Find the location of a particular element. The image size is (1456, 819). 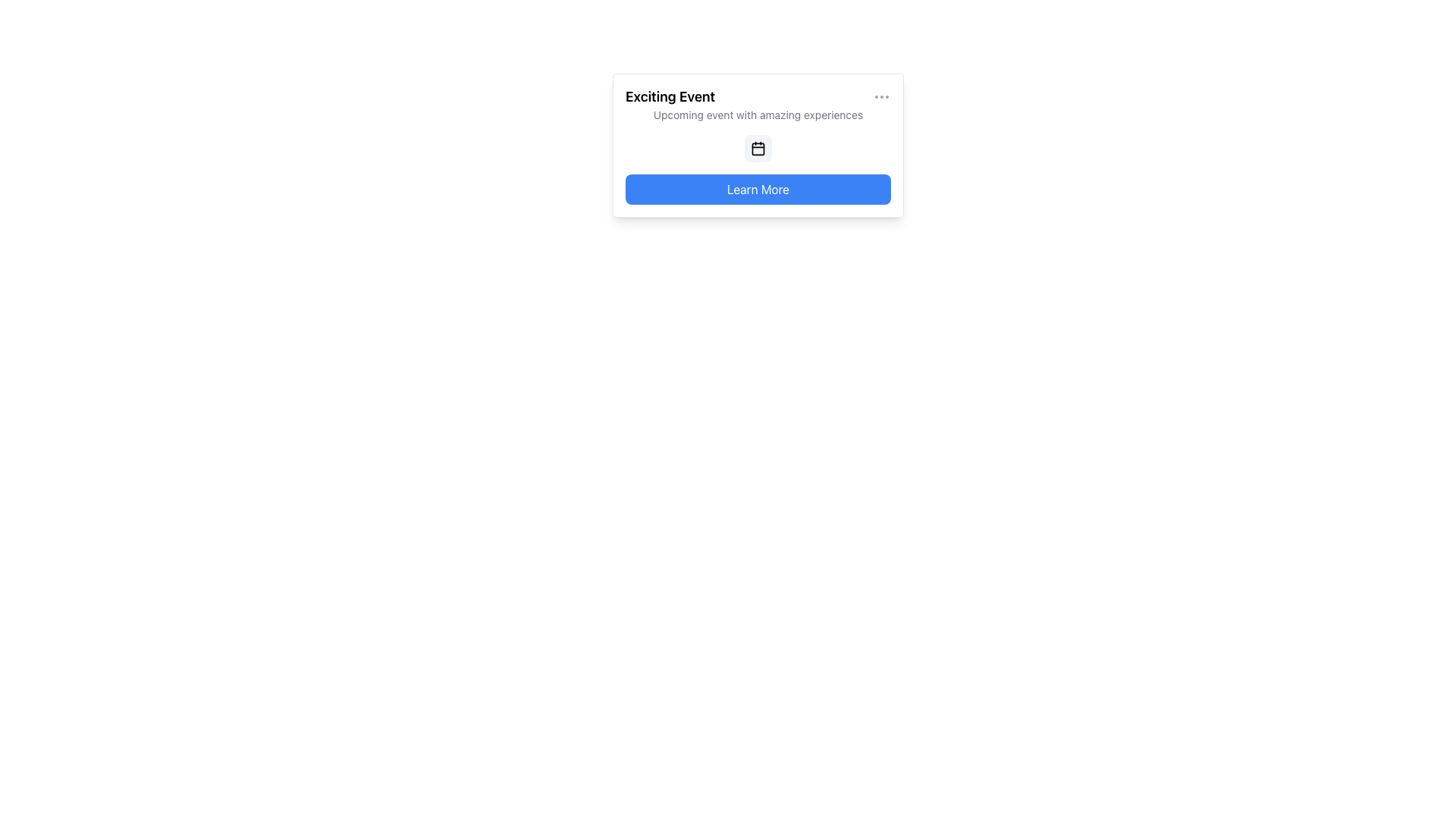

the Text Display element located at the top of the card, which provides an overview of the event or feature is located at coordinates (758, 104).